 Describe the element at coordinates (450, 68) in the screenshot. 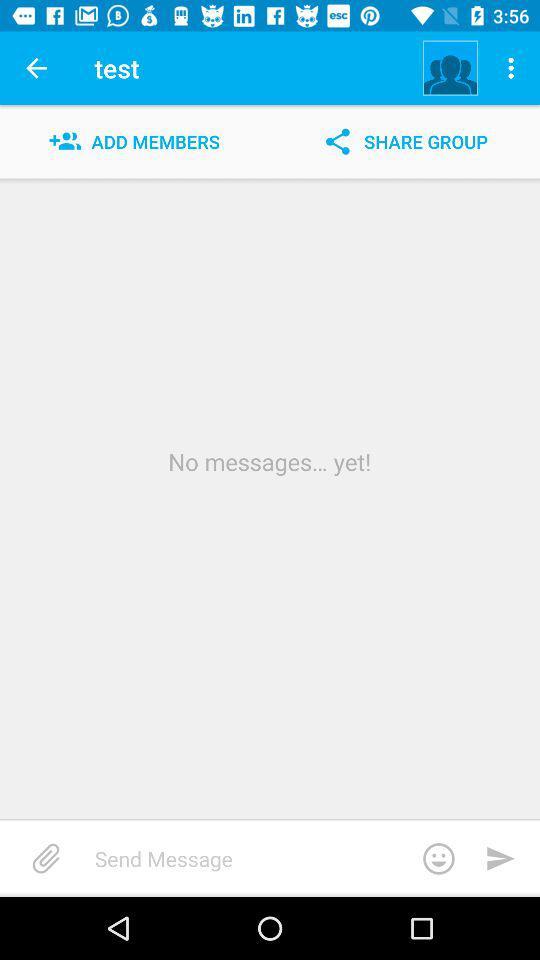

I see `the item above the share group` at that location.